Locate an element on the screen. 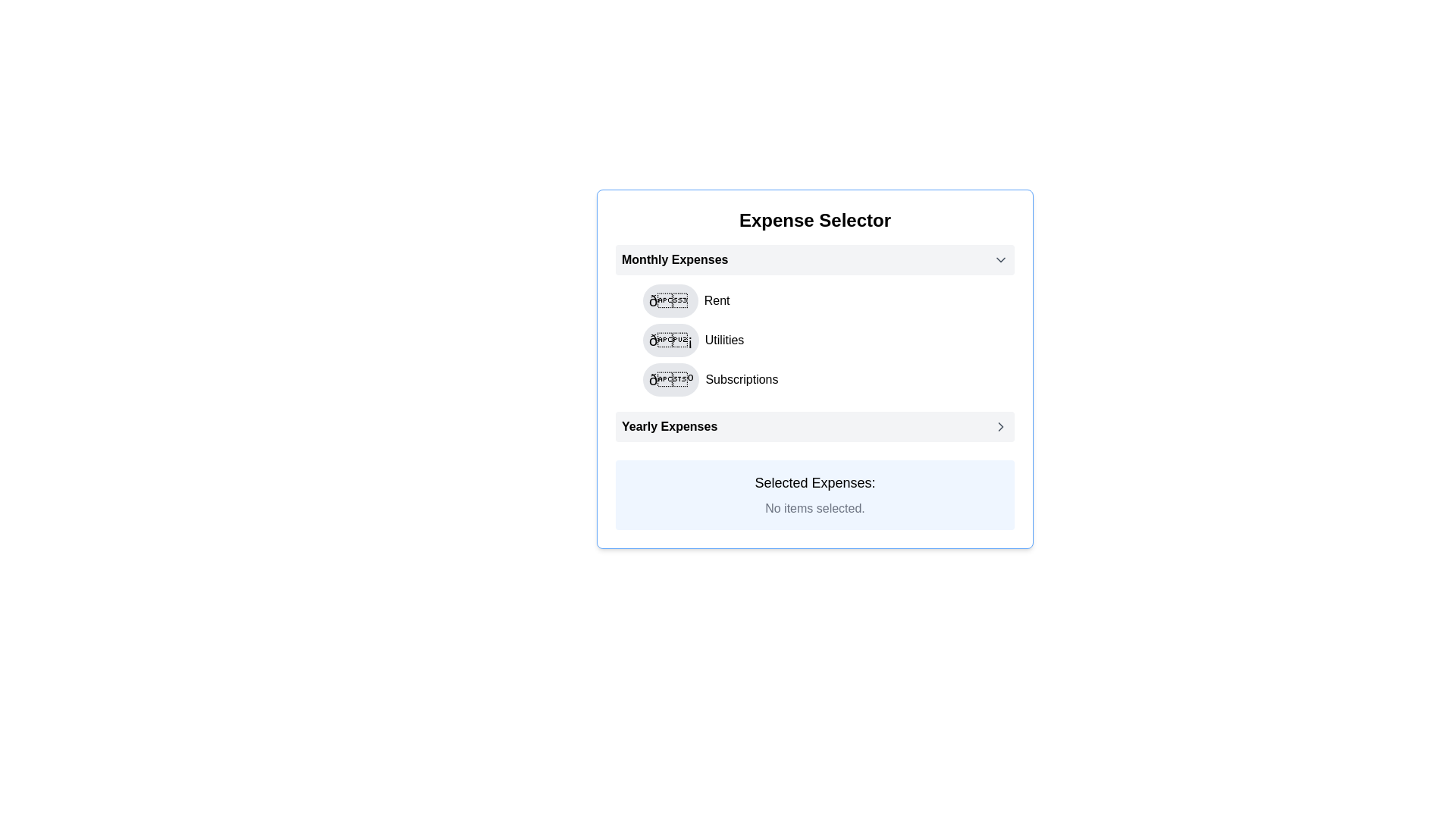 The image size is (1456, 819). the right-pointing chevron icon in the 'Yearly Expenses' section, which indicates an expandable or navigational action is located at coordinates (1001, 427).